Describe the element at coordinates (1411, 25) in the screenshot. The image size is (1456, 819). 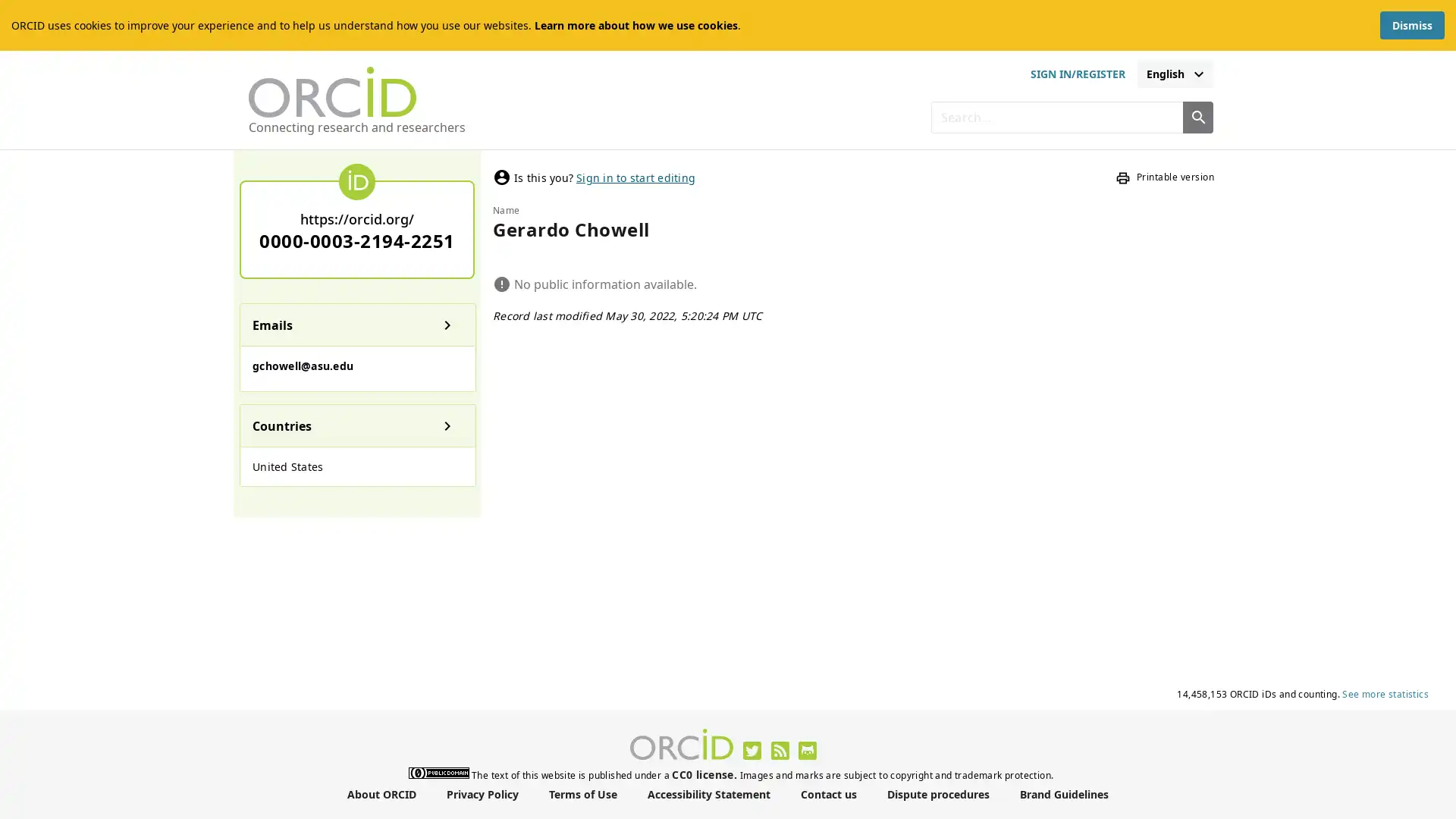
I see `Dismiss` at that location.